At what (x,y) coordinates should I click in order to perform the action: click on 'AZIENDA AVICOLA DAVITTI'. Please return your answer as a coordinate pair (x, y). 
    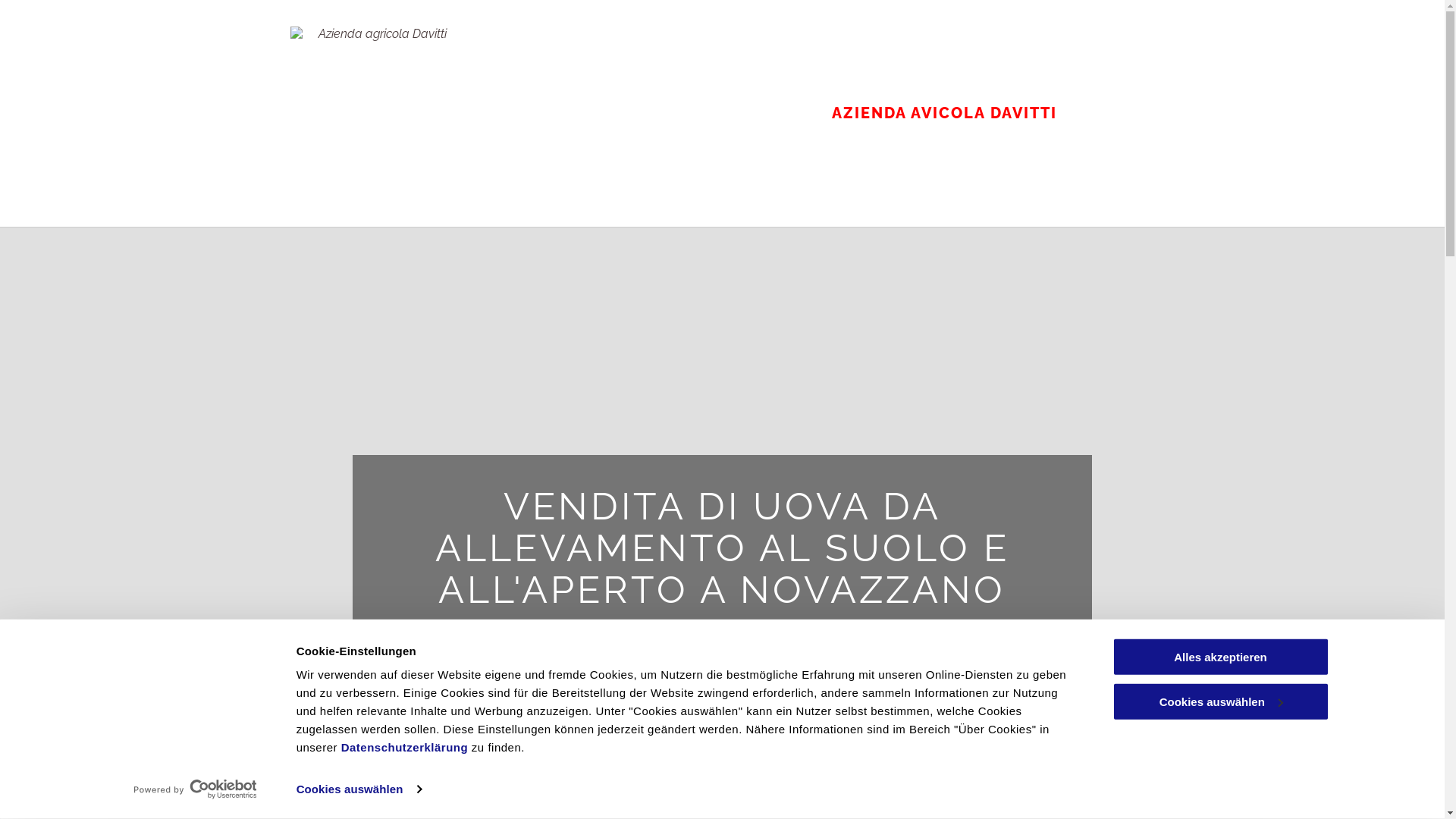
    Looking at the image, I should click on (943, 112).